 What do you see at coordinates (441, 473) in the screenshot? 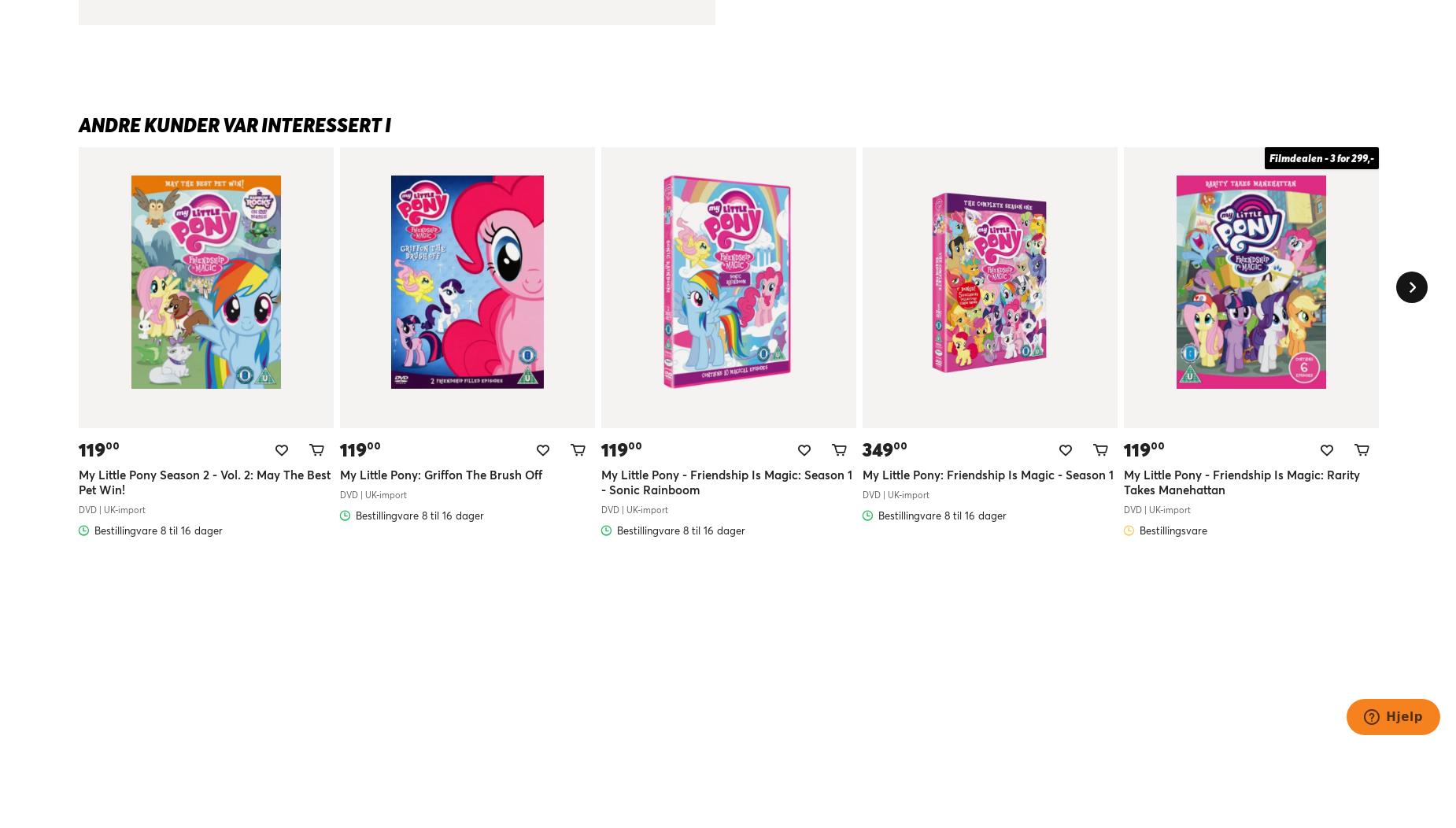
I see `'My Little Pony: Griffon The Brush Off'` at bounding box center [441, 473].